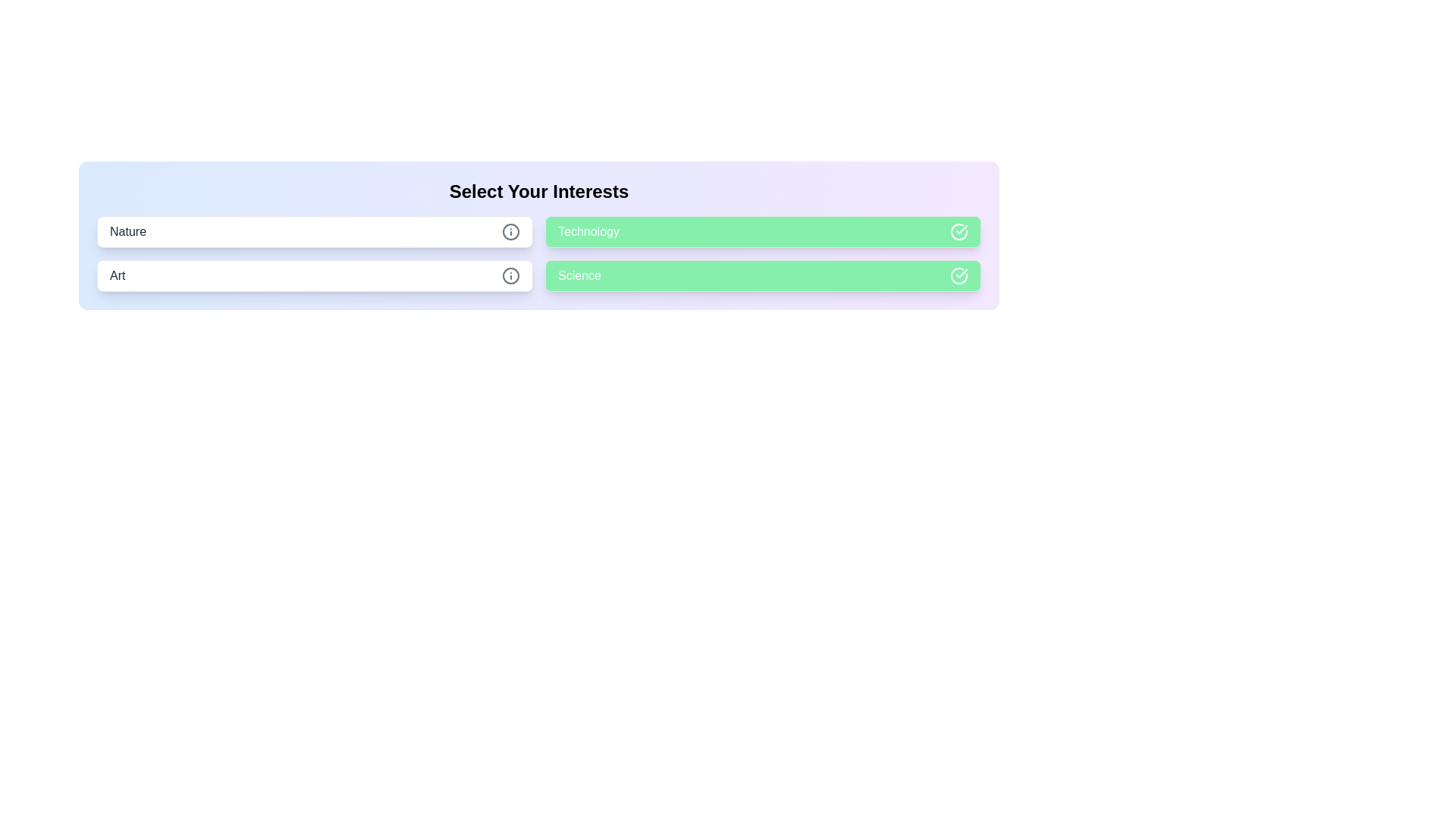 The width and height of the screenshot is (1456, 819). Describe the element at coordinates (314, 231) in the screenshot. I see `the chip labeled 'Nature'` at that location.